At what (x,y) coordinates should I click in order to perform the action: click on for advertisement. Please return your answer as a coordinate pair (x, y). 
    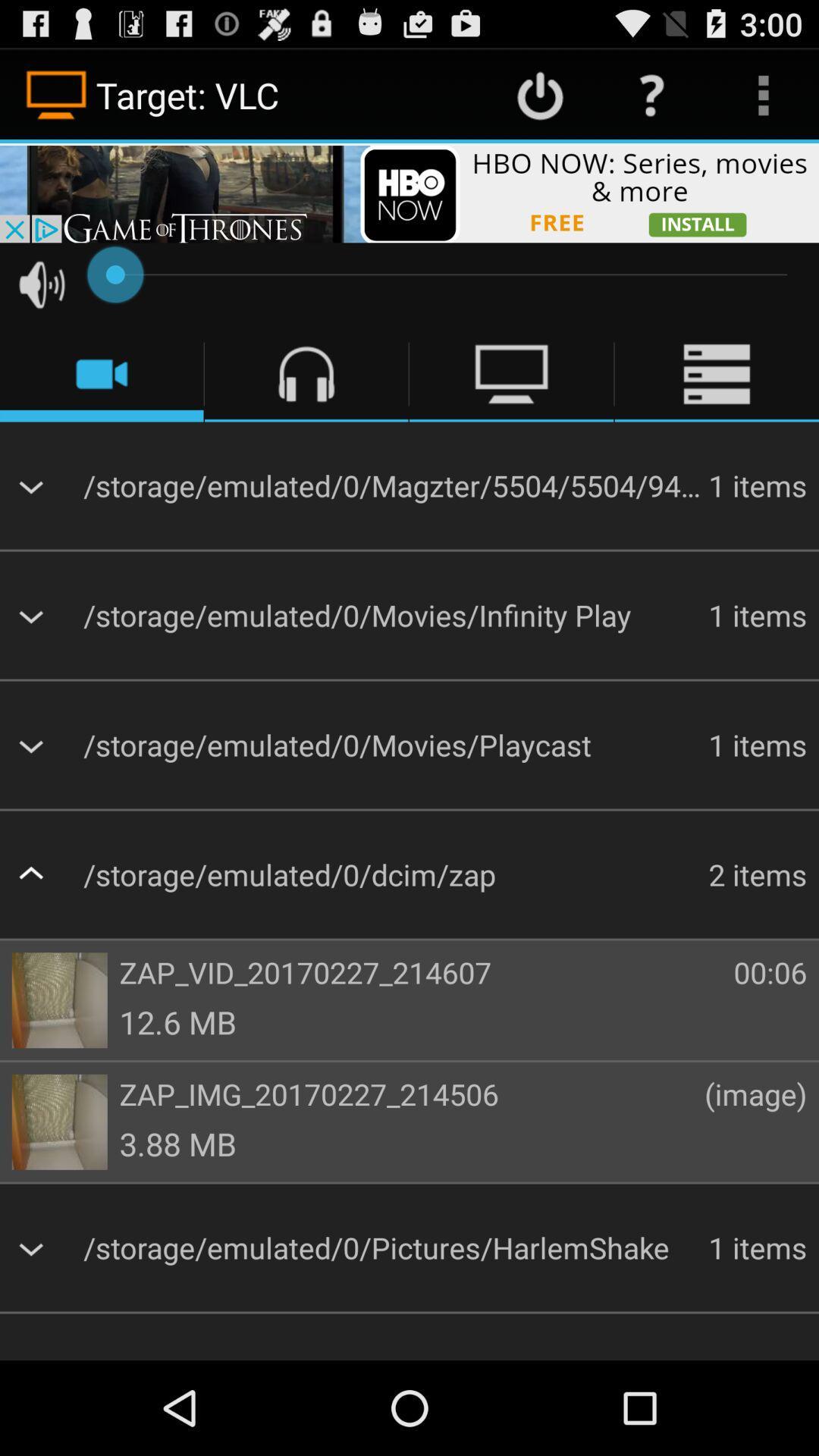
    Looking at the image, I should click on (409, 192).